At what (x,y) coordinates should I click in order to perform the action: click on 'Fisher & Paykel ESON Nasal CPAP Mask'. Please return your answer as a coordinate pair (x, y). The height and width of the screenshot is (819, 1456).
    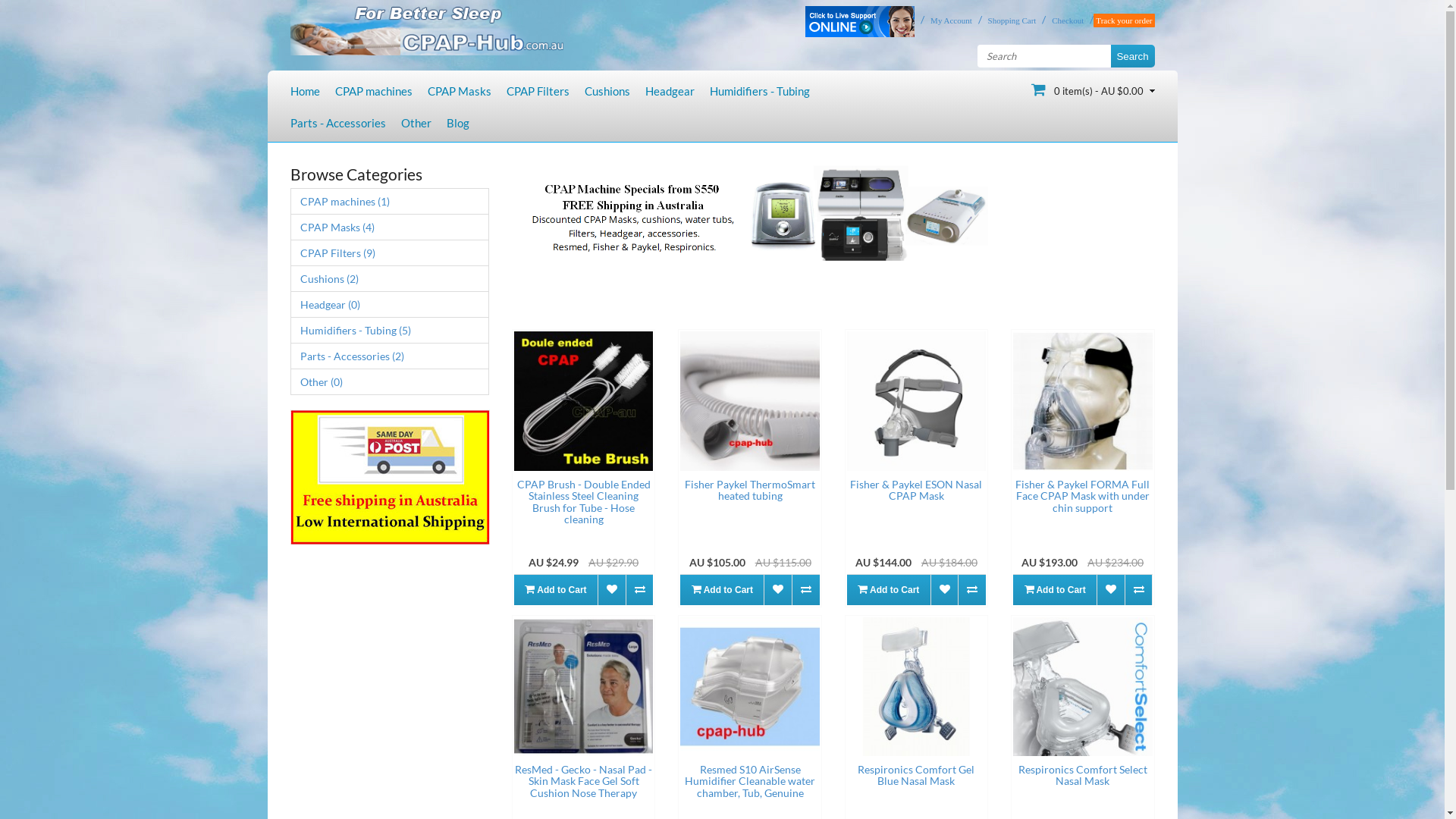
    Looking at the image, I should click on (915, 489).